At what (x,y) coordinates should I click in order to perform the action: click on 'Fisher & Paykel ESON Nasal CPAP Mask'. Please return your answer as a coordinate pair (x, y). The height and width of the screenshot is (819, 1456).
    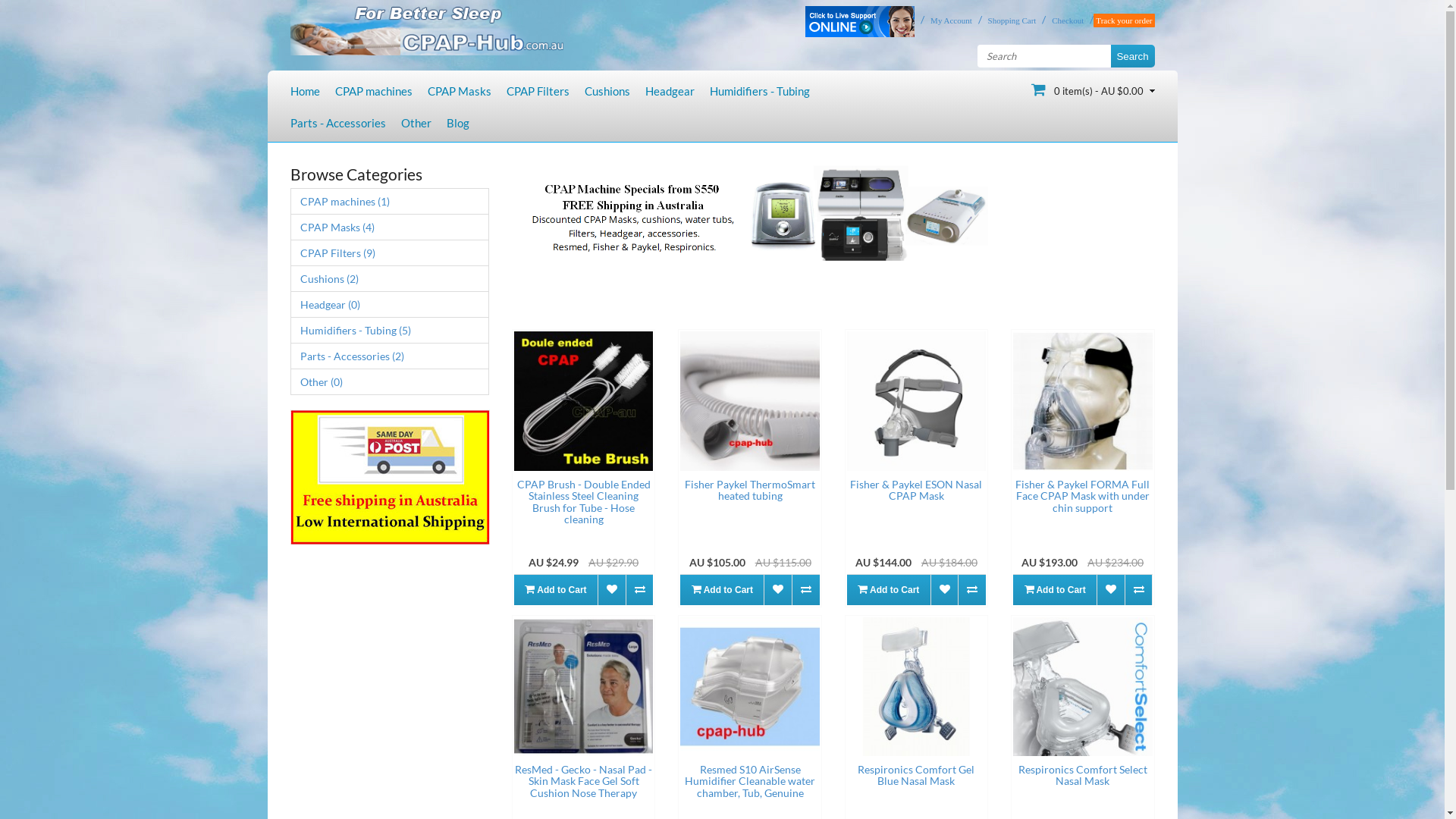
    Looking at the image, I should click on (915, 489).